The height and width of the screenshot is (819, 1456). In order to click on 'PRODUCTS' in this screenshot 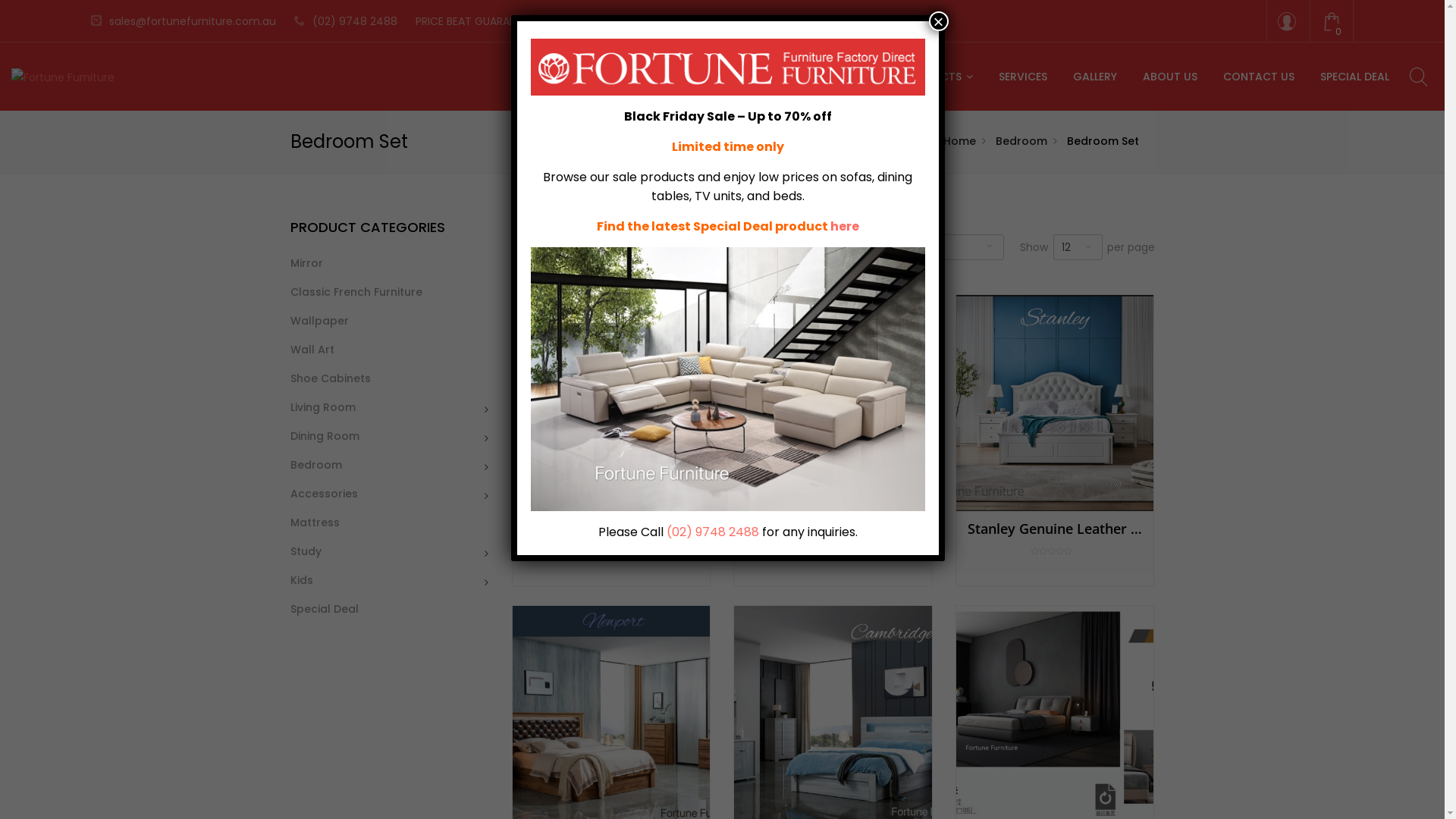, I will do `click(937, 76)`.